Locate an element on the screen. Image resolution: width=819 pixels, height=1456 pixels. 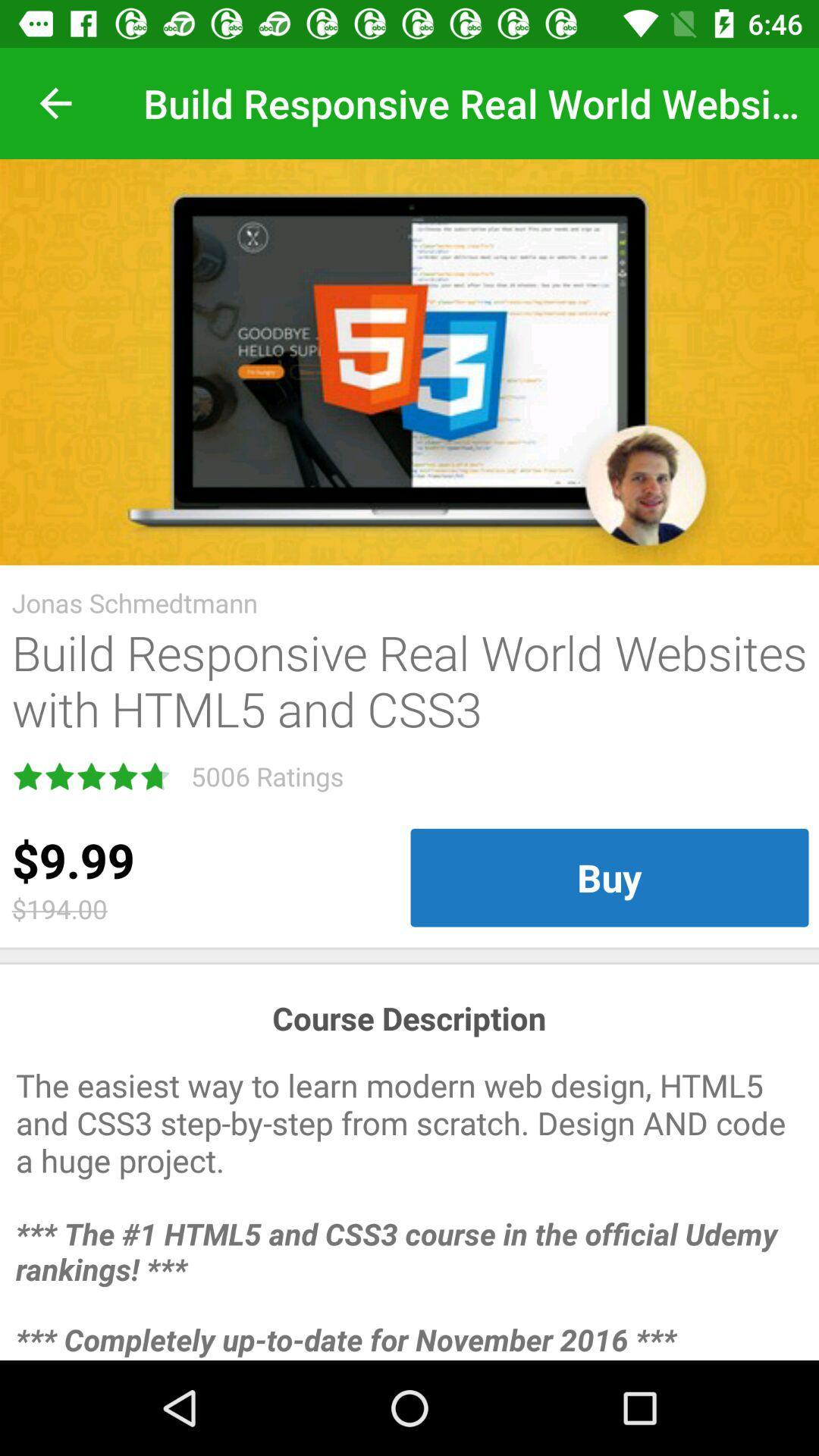
the buy on the right is located at coordinates (608, 877).